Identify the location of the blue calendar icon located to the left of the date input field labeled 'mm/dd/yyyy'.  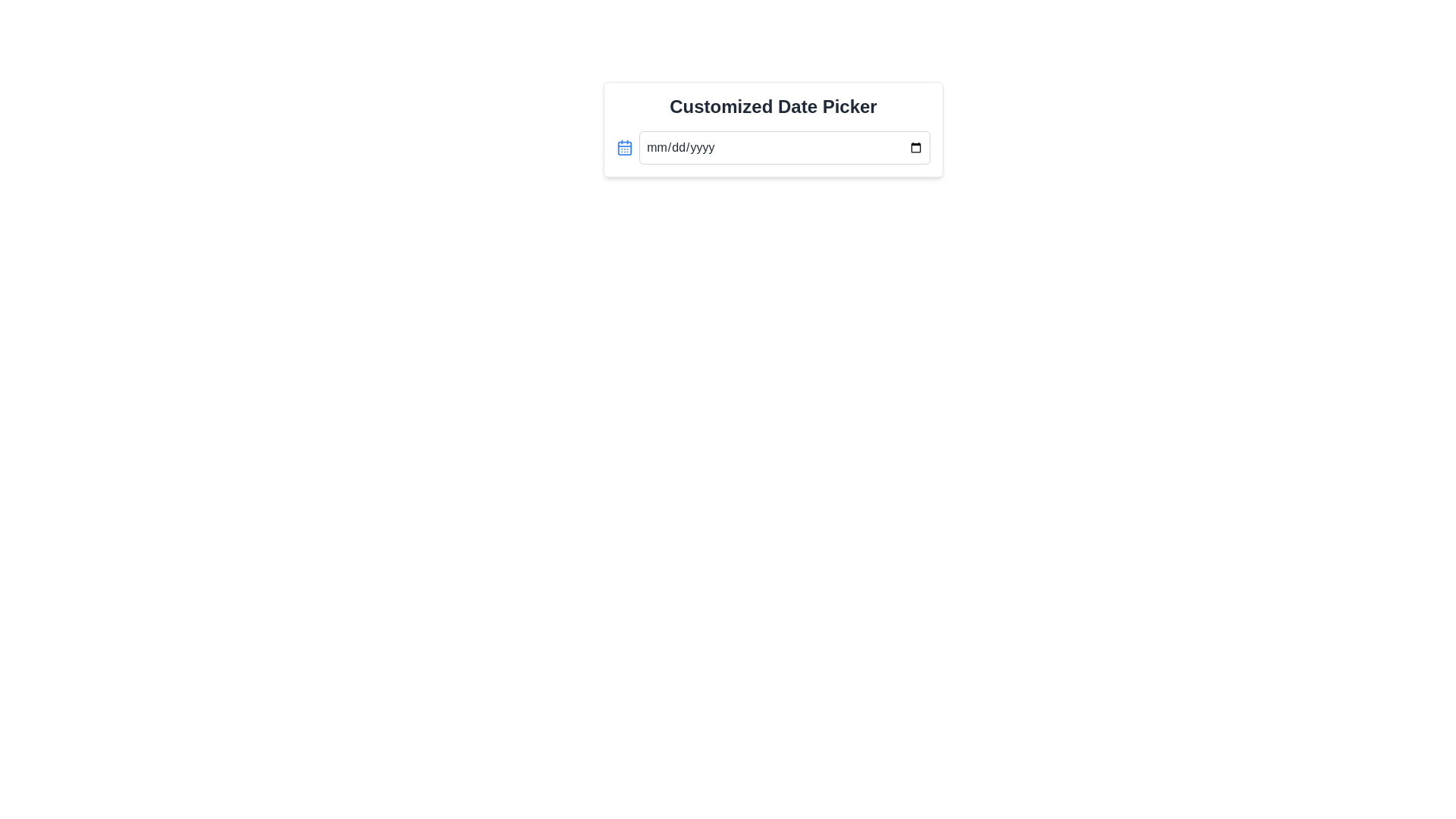
(625, 148).